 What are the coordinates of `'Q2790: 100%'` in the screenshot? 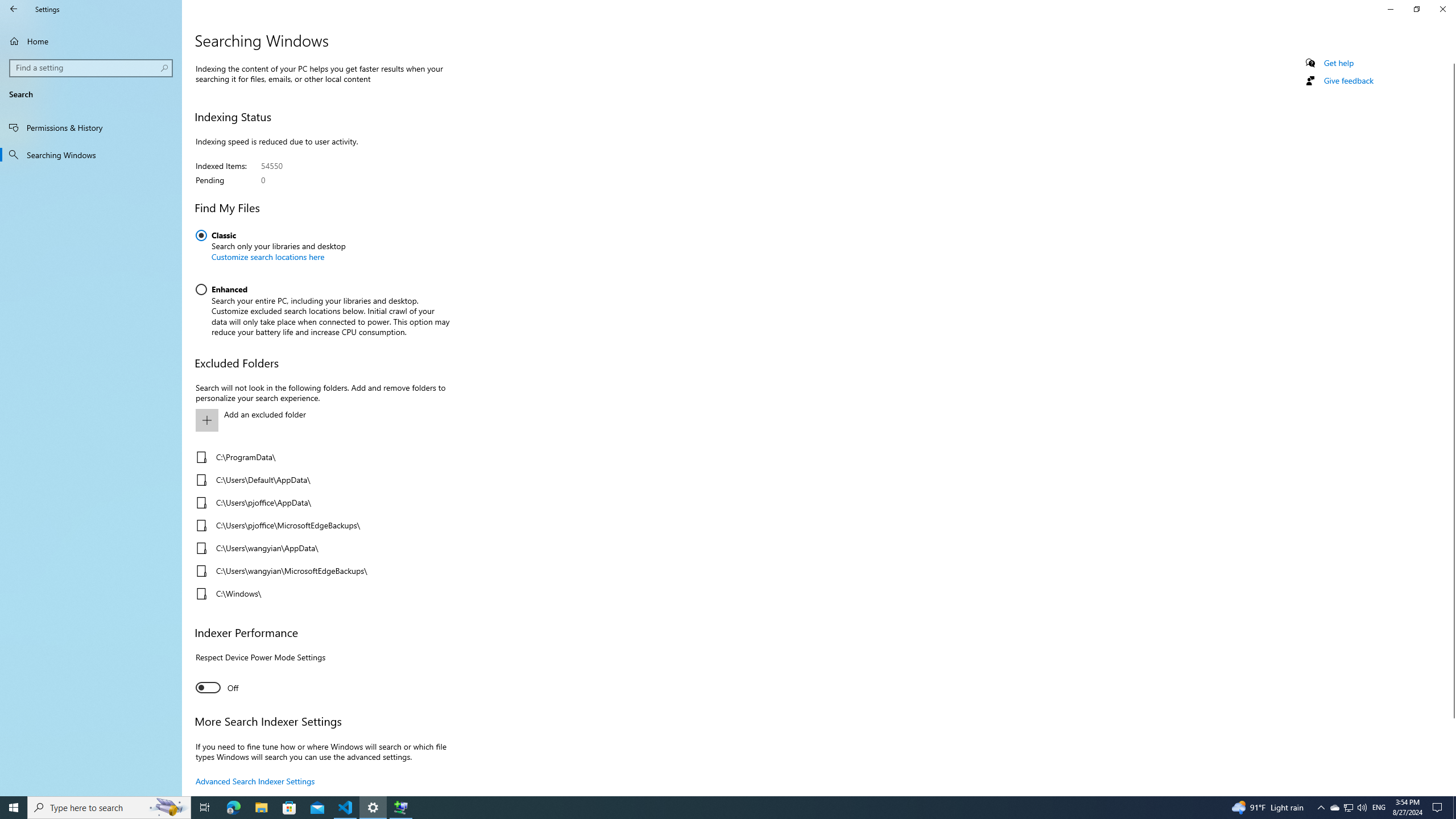 It's located at (1361, 806).